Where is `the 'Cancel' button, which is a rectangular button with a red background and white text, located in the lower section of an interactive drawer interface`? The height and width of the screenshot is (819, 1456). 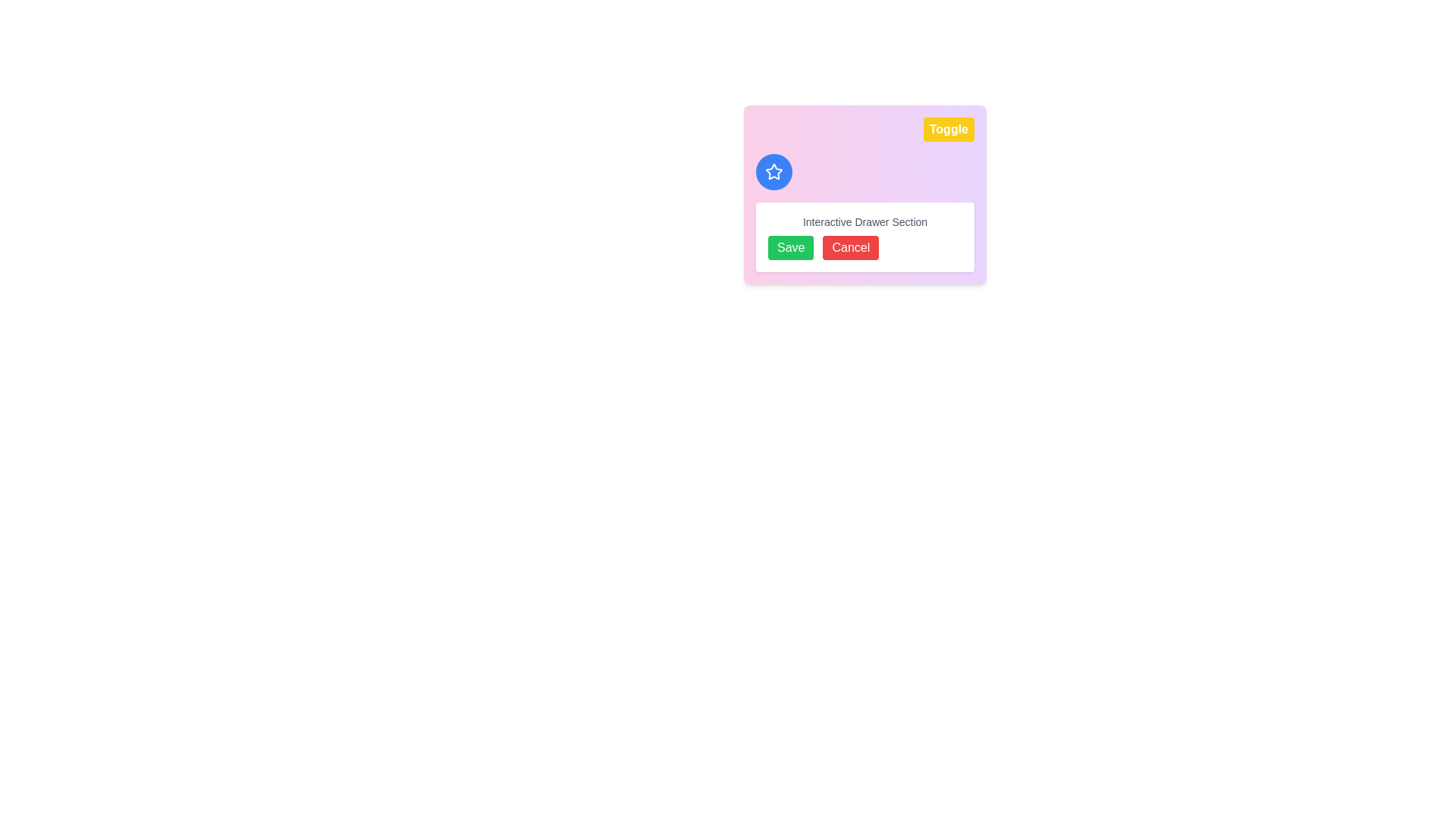 the 'Cancel' button, which is a rectangular button with a red background and white text, located in the lower section of an interactive drawer interface is located at coordinates (851, 247).